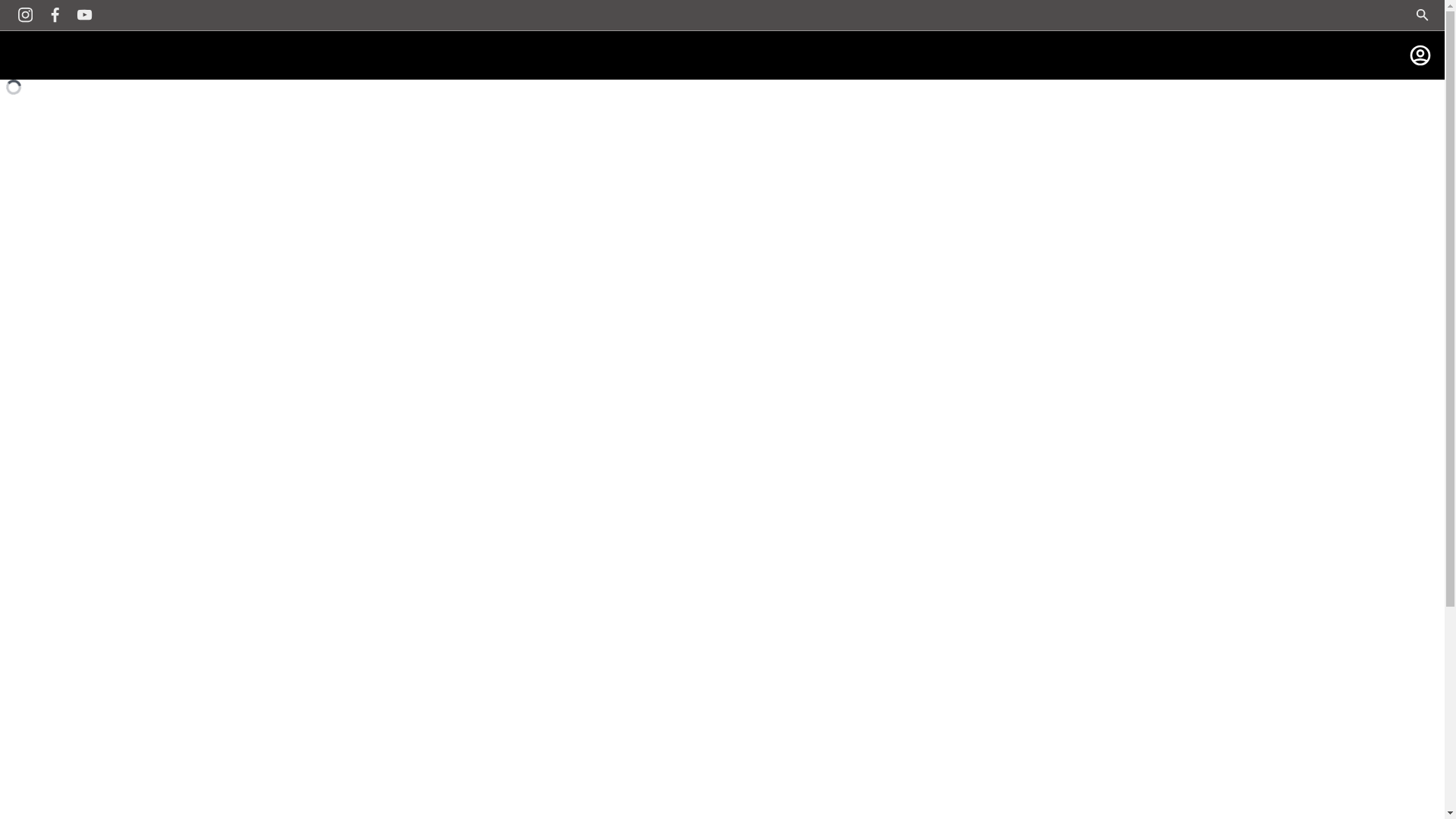 This screenshot has height=819, width=1456. I want to click on 'Log In', so click(1419, 55).